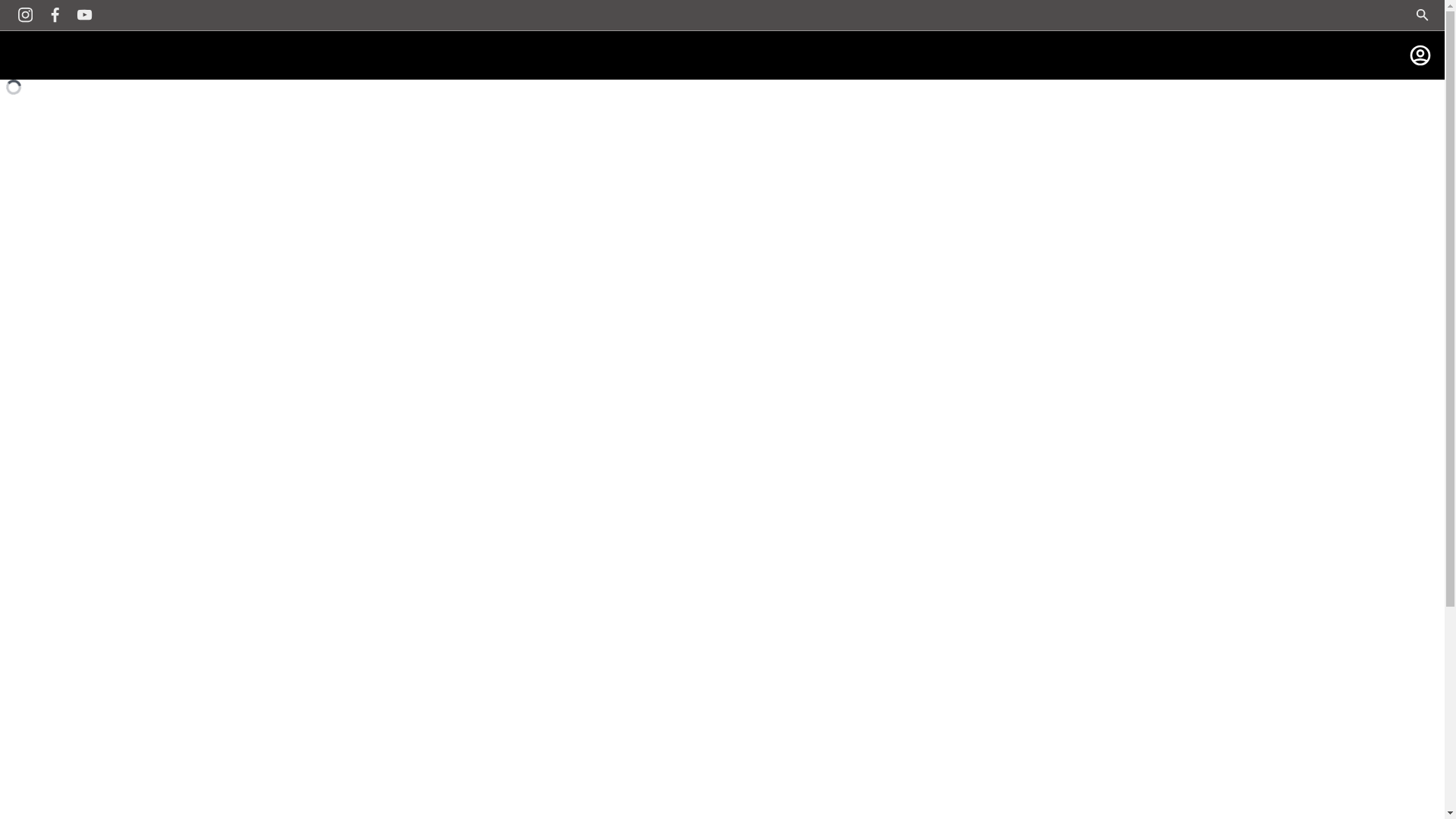 This screenshot has height=819, width=1456. I want to click on 'Log In', so click(1419, 55).